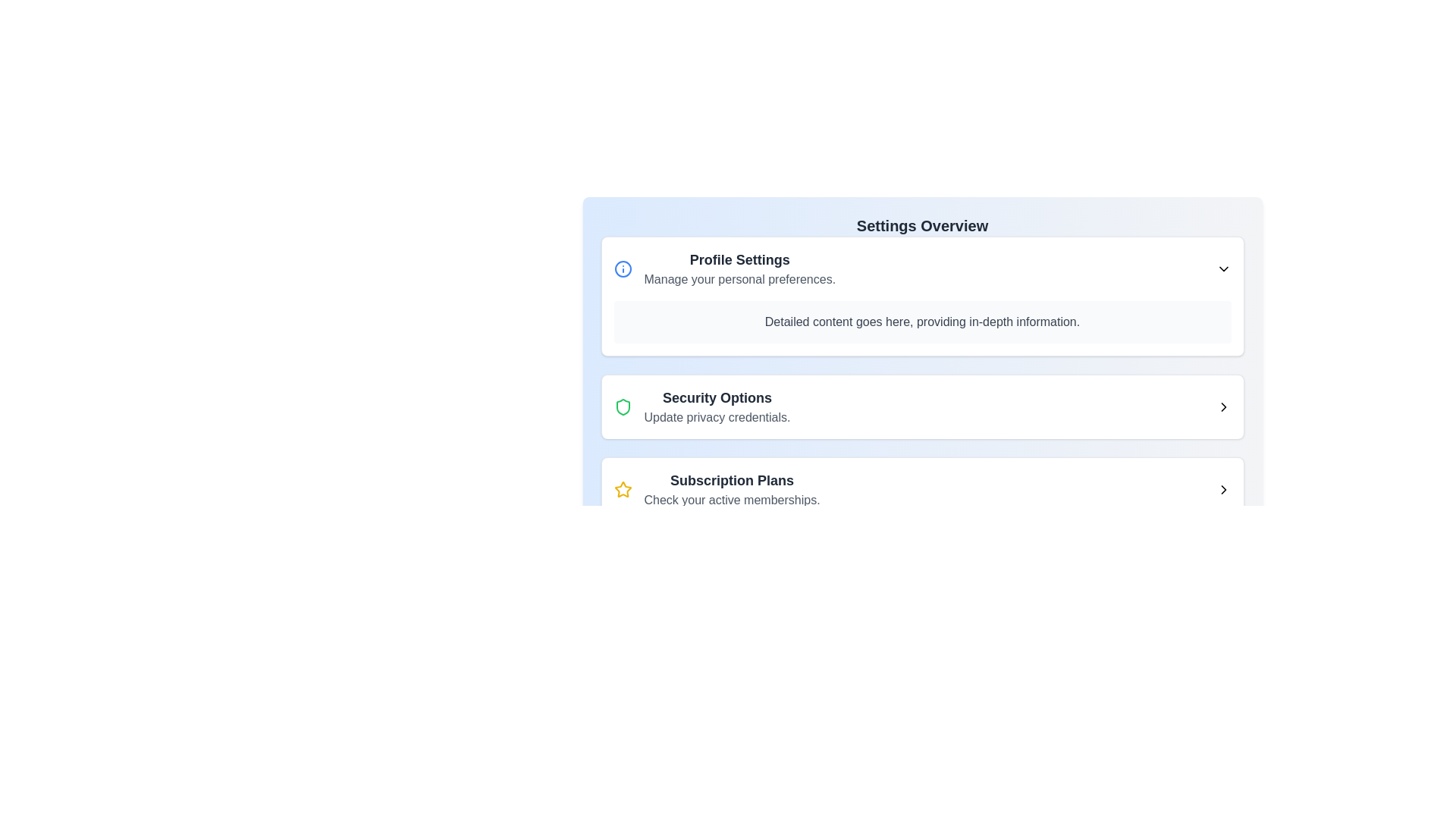  Describe the element at coordinates (739, 268) in the screenshot. I see `text from the 'Profile Settings' text block, which includes the bold title and the smaller gray description below it` at that location.